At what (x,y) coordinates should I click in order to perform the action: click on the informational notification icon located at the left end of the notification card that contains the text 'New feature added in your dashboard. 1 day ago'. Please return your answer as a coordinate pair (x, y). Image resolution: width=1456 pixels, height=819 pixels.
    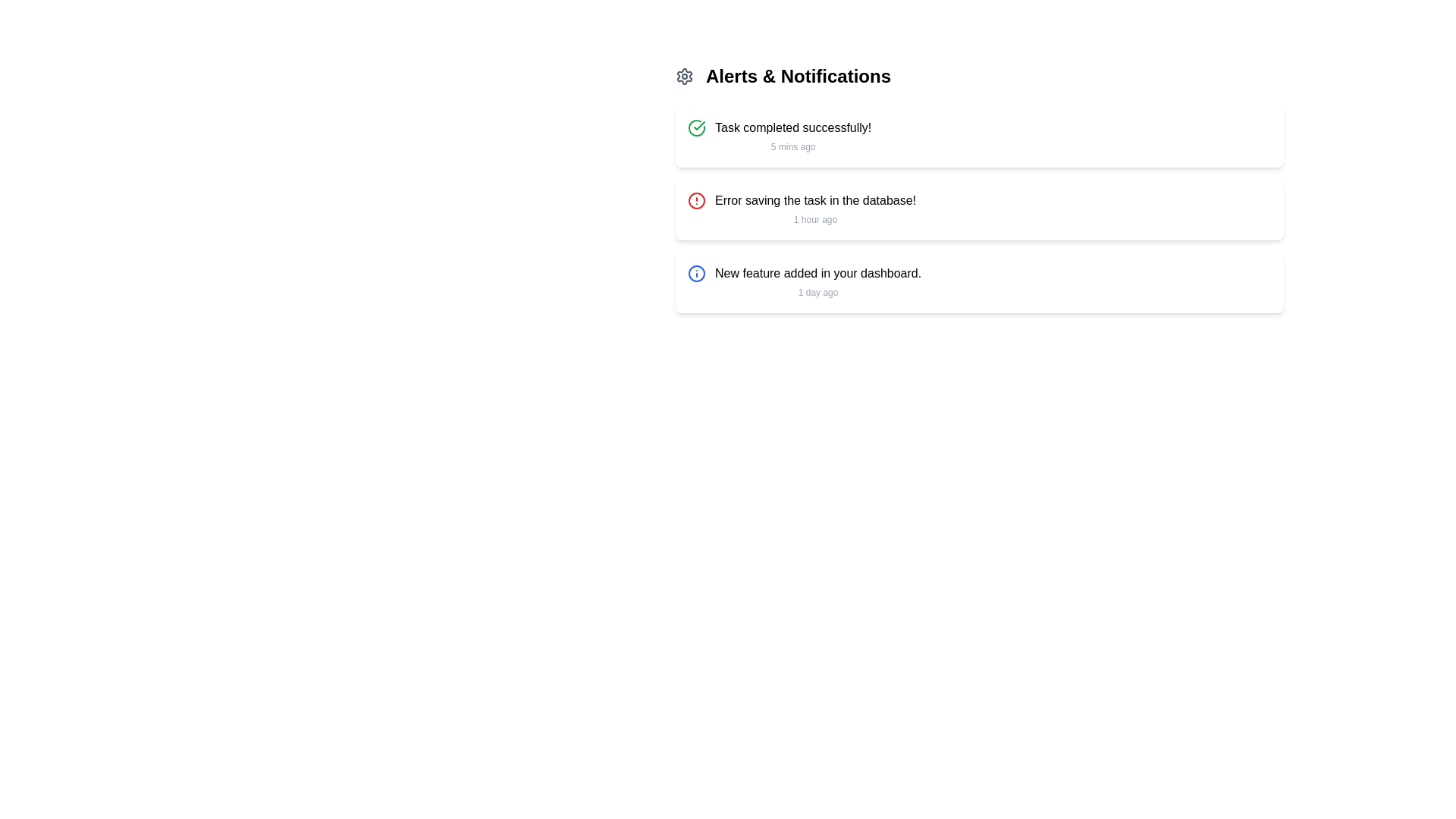
    Looking at the image, I should click on (695, 274).